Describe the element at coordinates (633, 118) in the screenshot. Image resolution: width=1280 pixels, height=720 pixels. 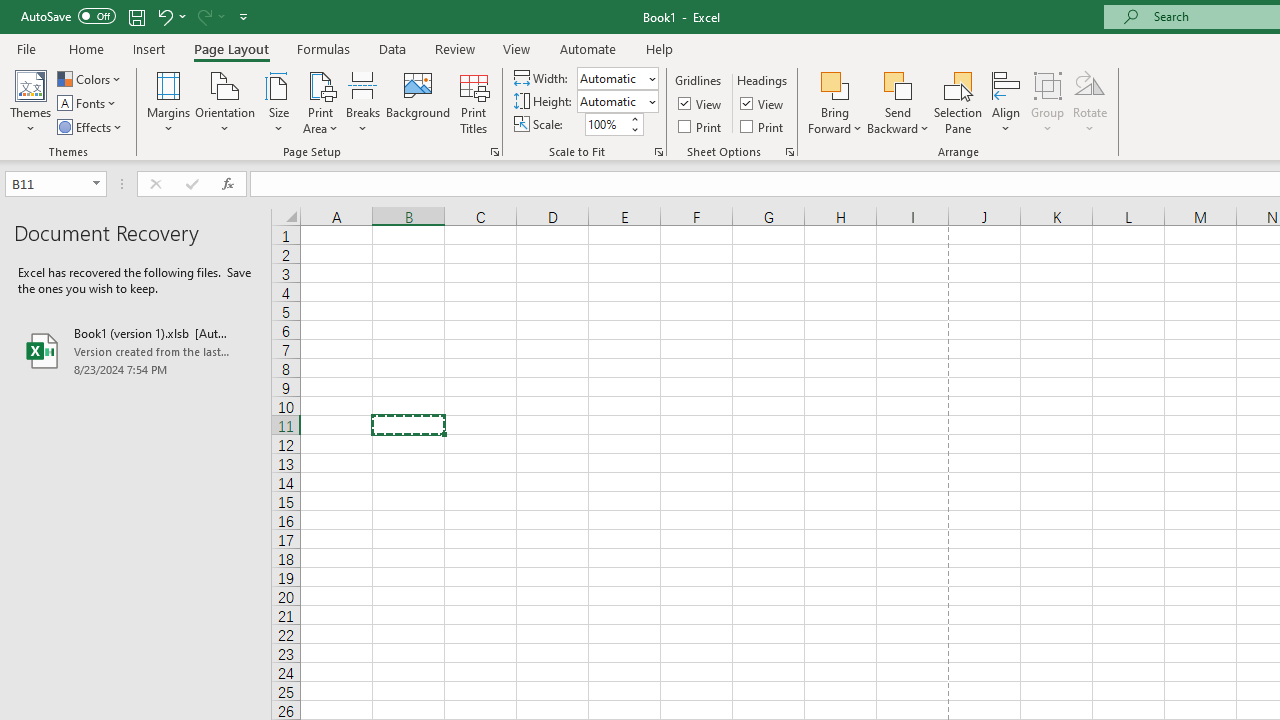
I see `'More'` at that location.